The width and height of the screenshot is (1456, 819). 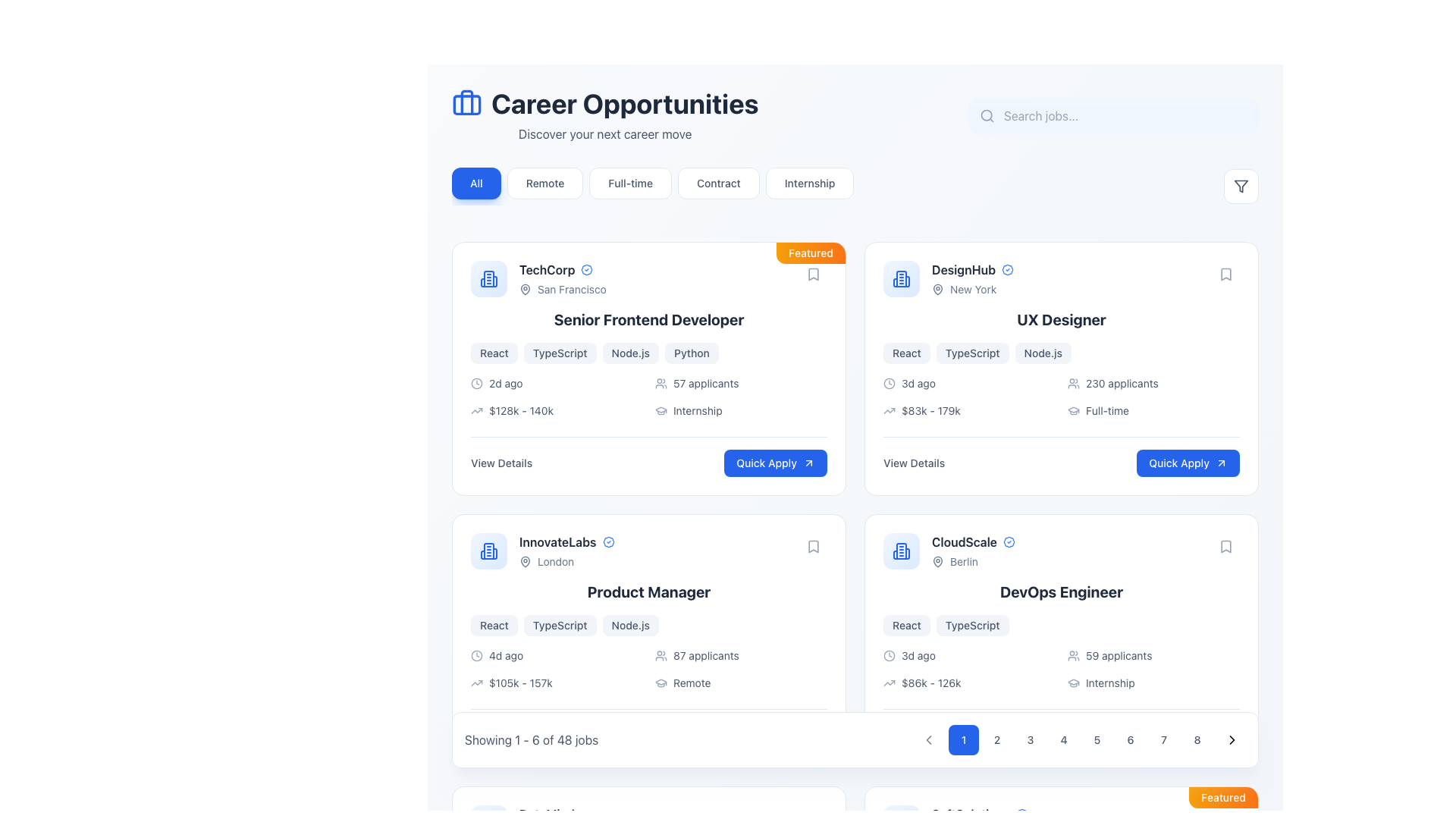 I want to click on the decorative icon representing TechCorp's location, situated beneath the company name and near the job title 'Senior Frontend Developer', so click(x=525, y=289).